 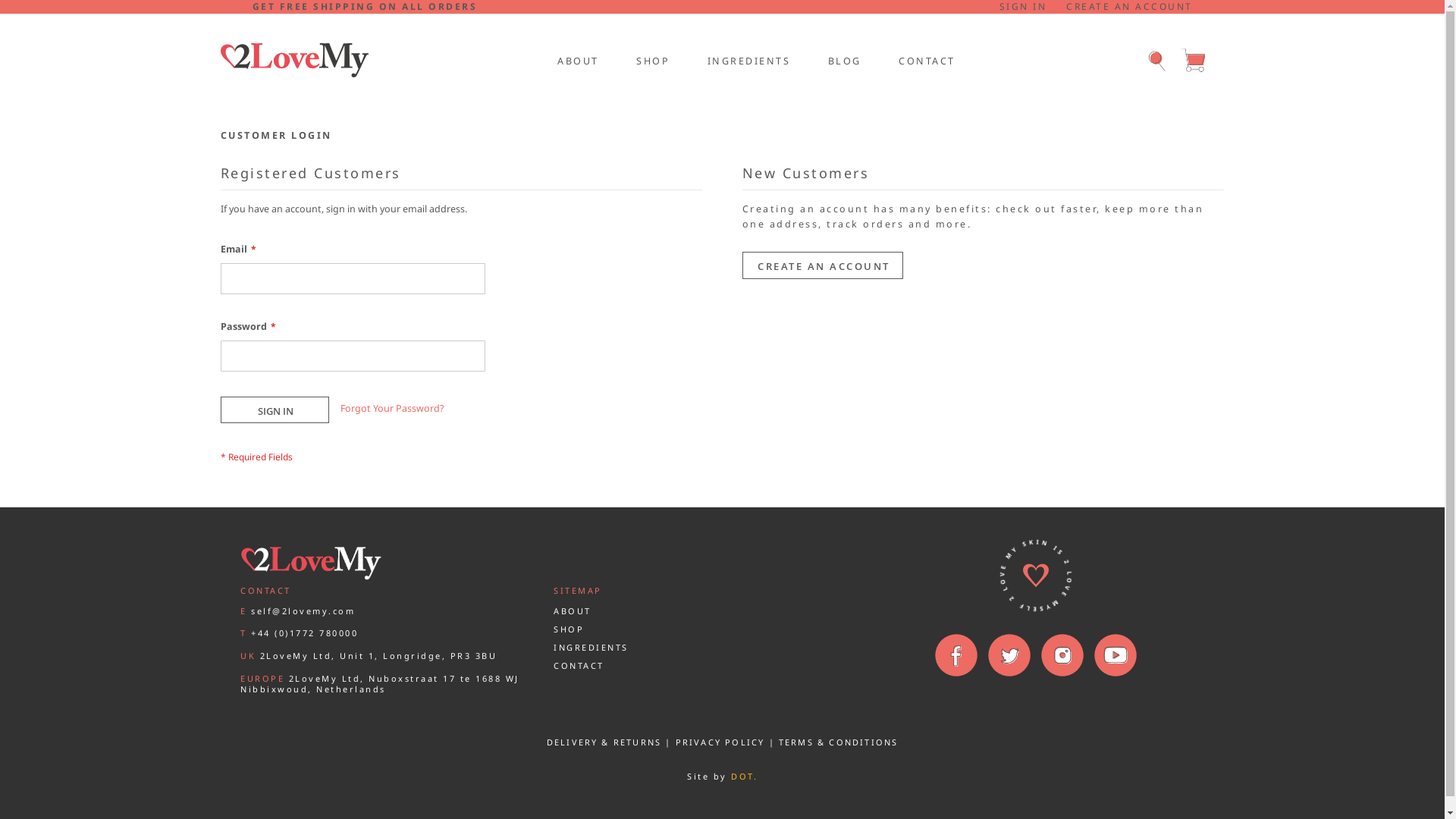 What do you see at coordinates (721, 776) in the screenshot?
I see `'Site by DOT.'` at bounding box center [721, 776].